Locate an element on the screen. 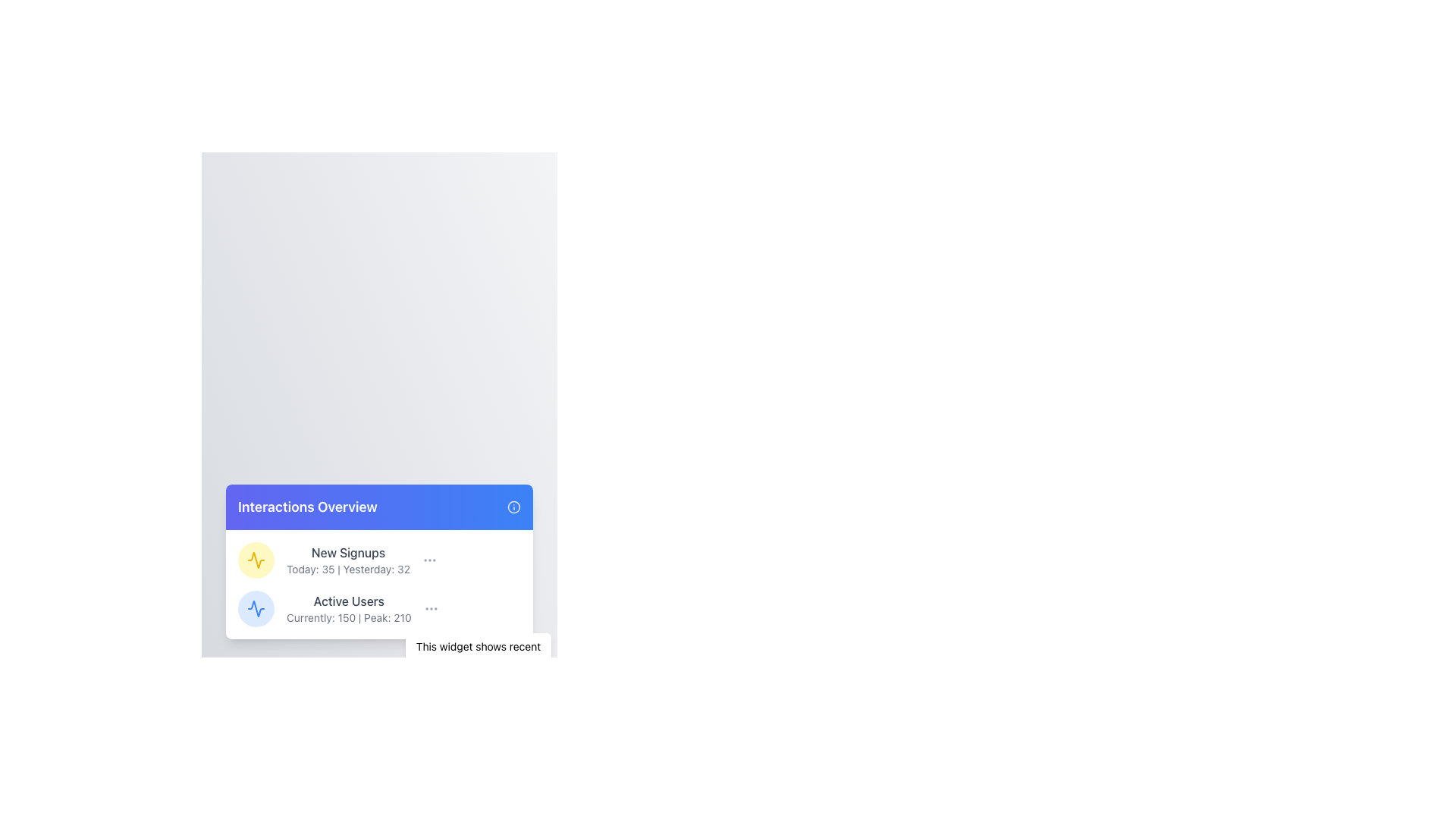  the Text Display element that shows 'Currently: 150 | Peak: 210', located below 'Active Users' in the 'Interactions Overview' section is located at coordinates (348, 617).